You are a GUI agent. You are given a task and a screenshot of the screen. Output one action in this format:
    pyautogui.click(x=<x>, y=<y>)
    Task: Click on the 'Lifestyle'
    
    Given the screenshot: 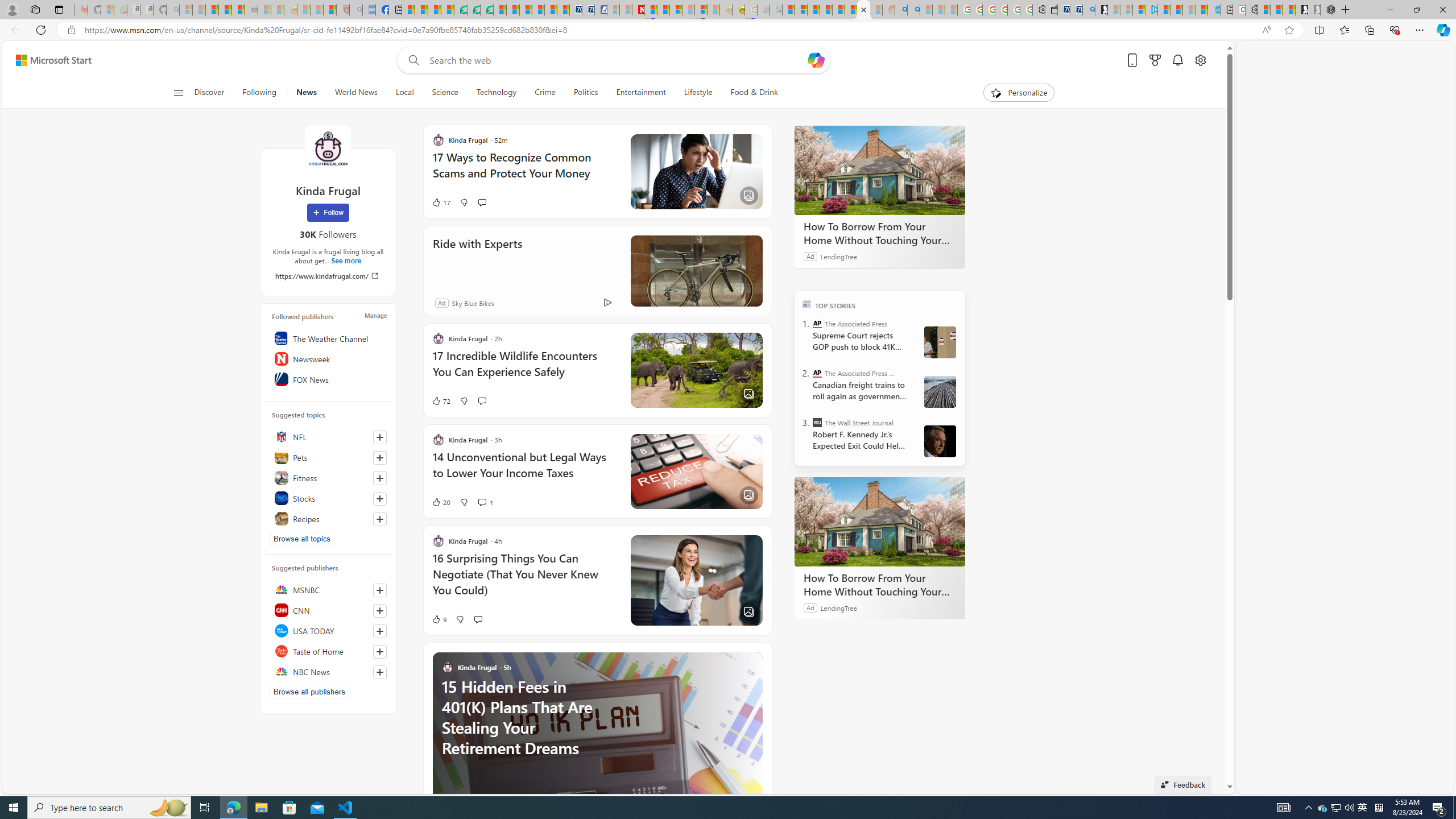 What is the action you would take?
    pyautogui.click(x=698, y=92)
    